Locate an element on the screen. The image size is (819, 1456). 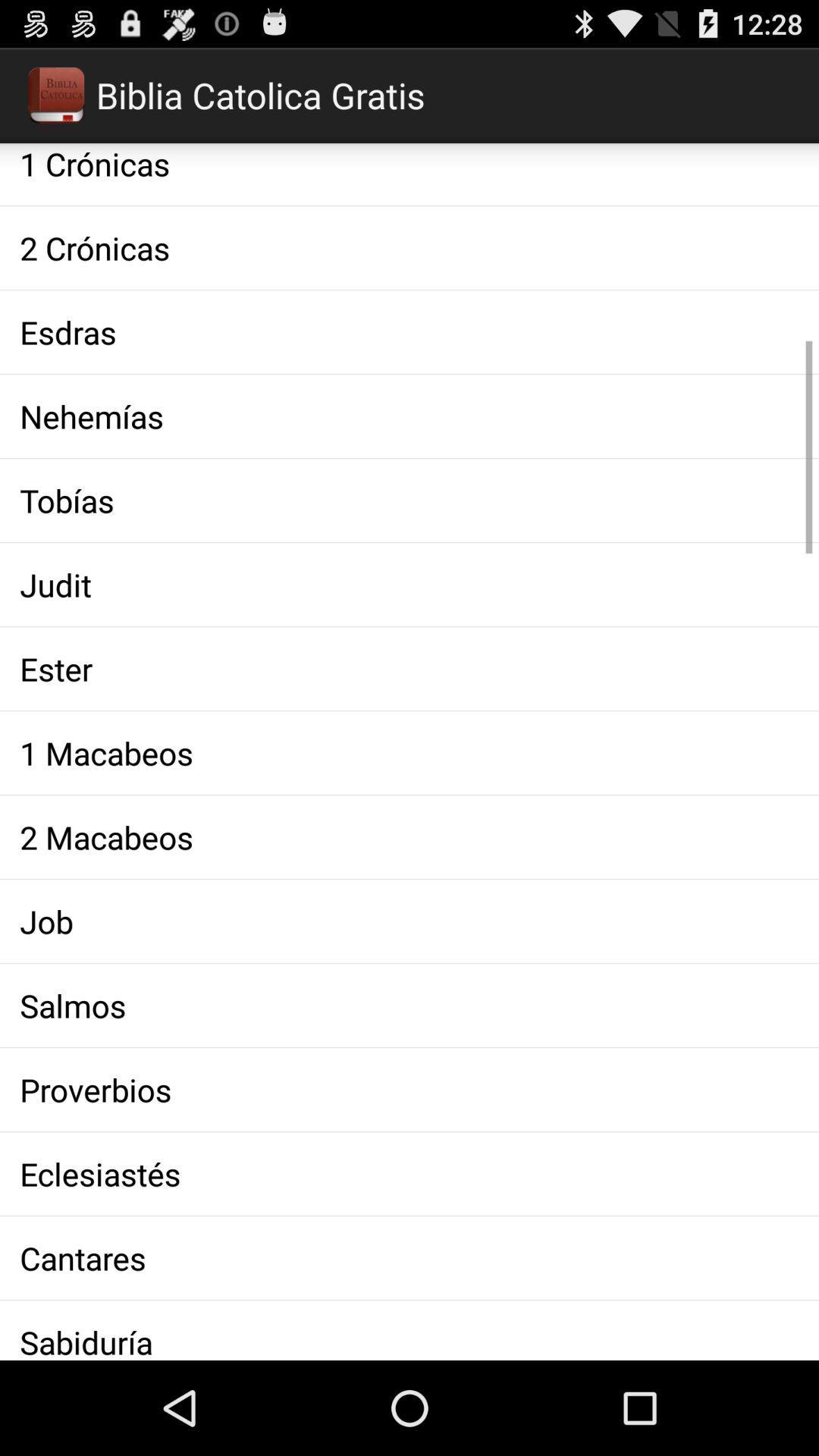
cantares app is located at coordinates (409, 1258).